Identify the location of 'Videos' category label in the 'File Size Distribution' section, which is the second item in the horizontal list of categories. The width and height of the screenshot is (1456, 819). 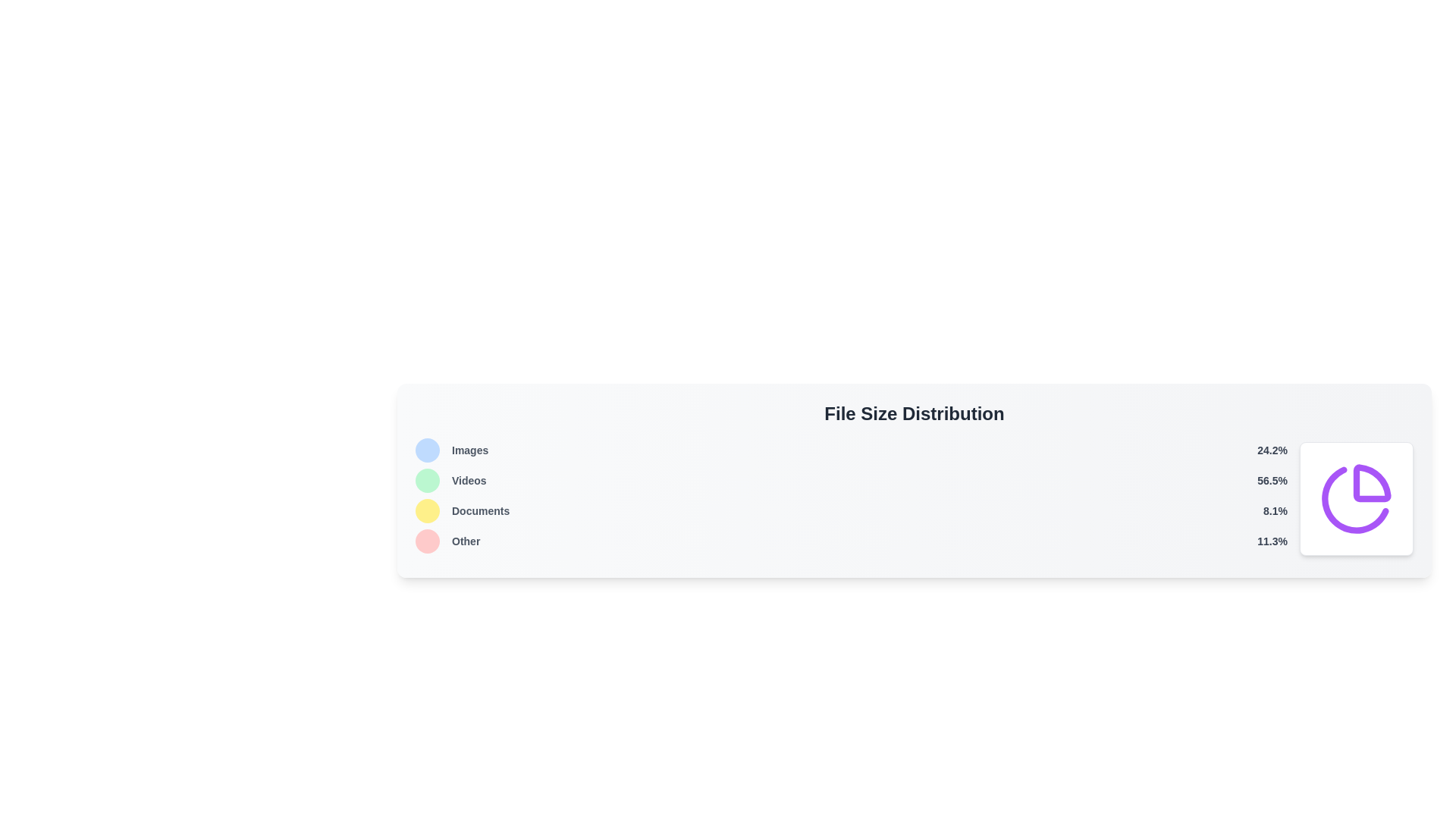
(468, 480).